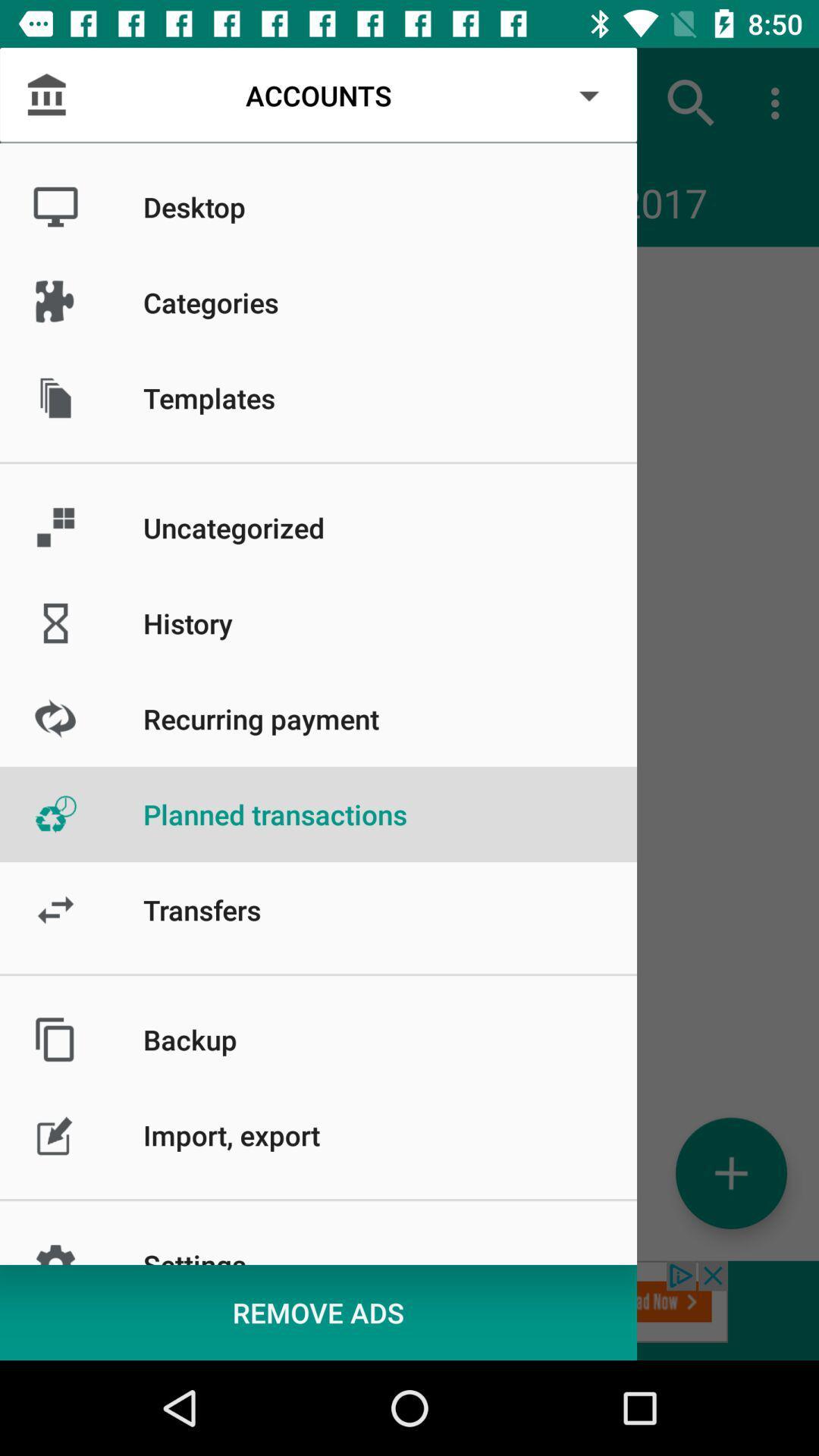 This screenshot has height=1456, width=819. I want to click on the item next to the planned transations item, so click(55, 102).